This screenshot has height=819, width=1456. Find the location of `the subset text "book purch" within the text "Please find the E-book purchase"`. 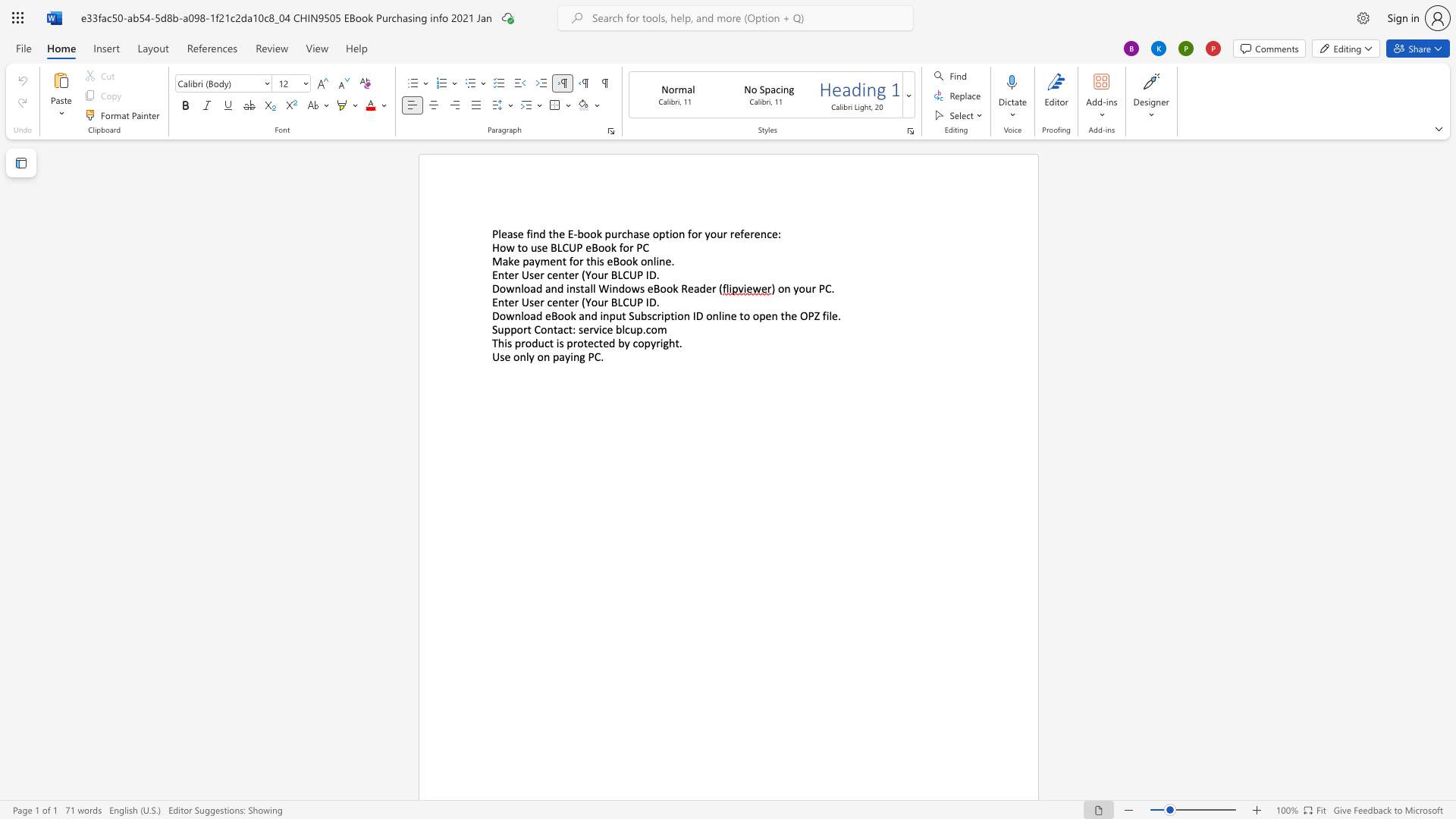

the subset text "book purch" within the text "Please find the E-book purchase" is located at coordinates (576, 234).